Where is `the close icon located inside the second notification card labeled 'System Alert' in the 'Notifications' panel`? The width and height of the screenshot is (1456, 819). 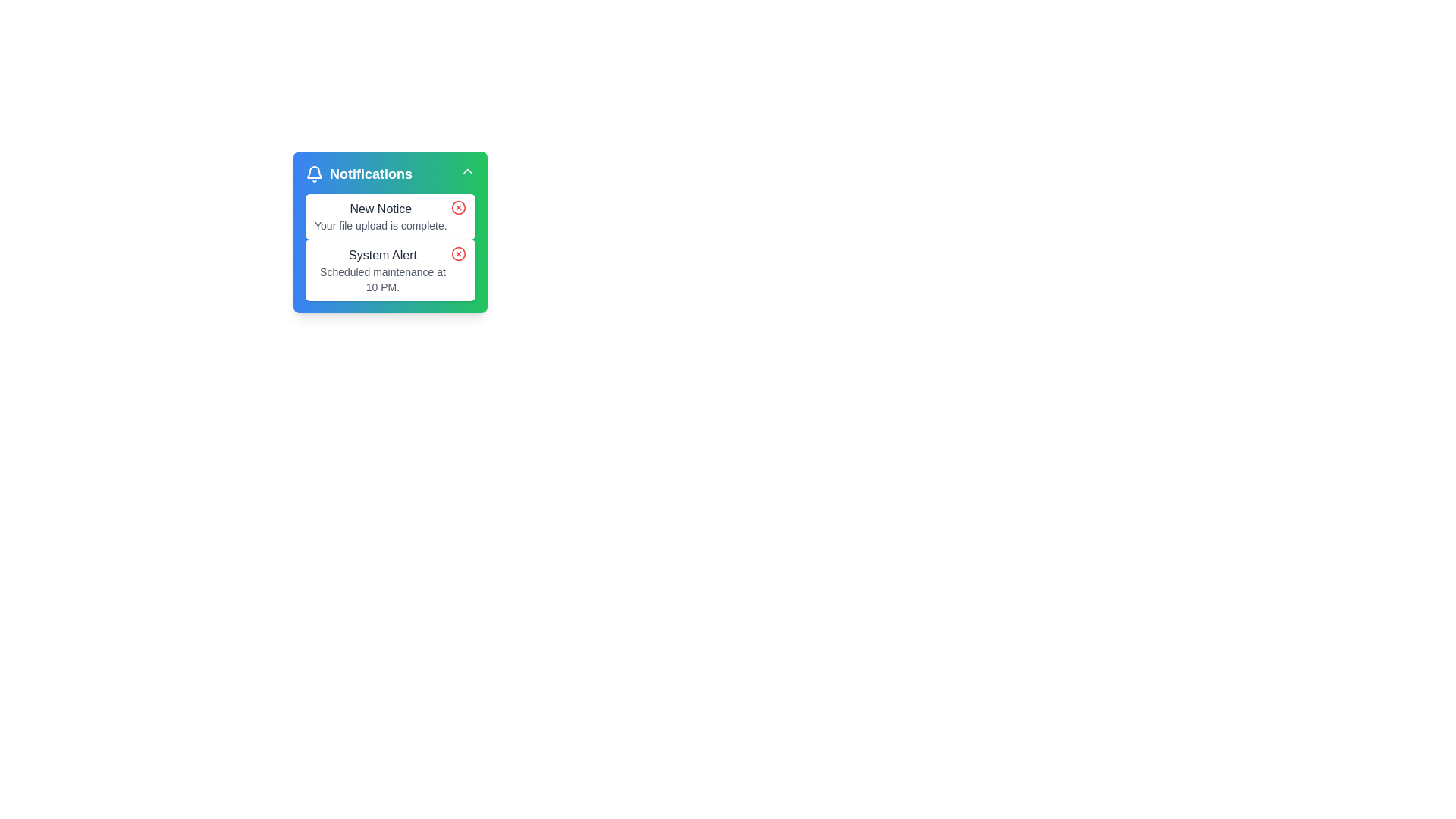
the close icon located inside the second notification card labeled 'System Alert' in the 'Notifications' panel is located at coordinates (457, 253).